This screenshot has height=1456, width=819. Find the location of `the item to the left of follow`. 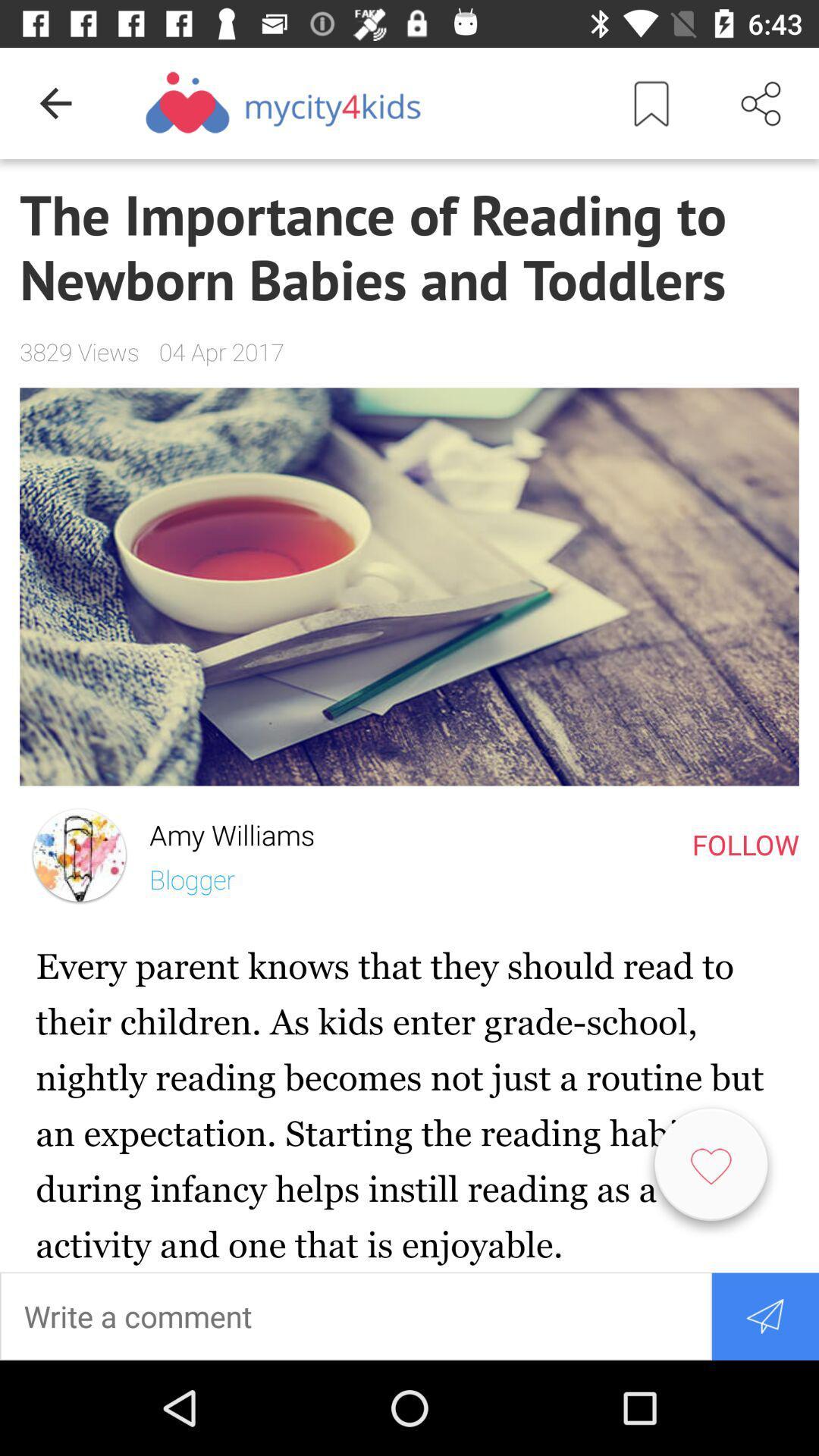

the item to the left of follow is located at coordinates (222, 830).